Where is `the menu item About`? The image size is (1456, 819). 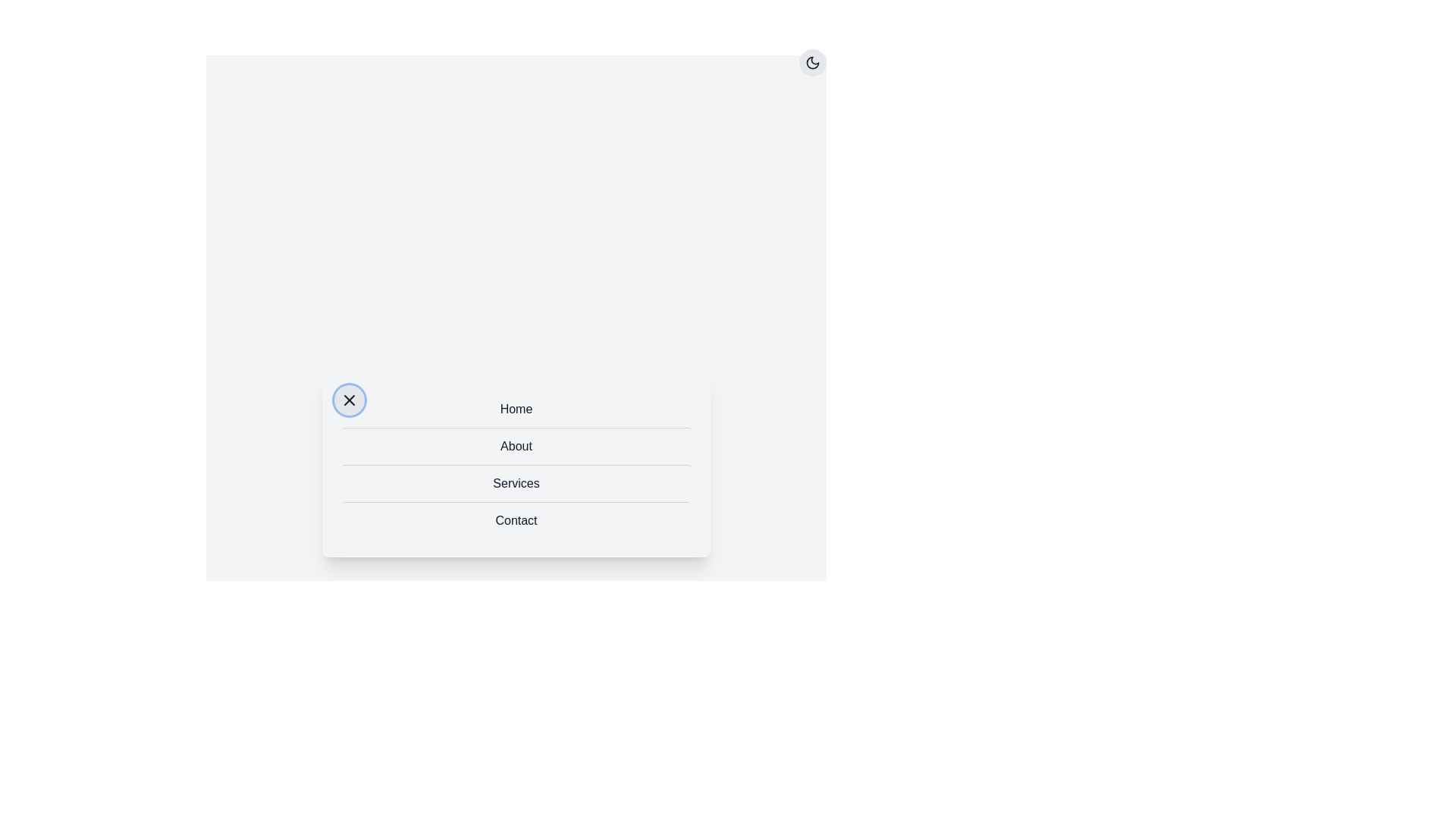
the menu item About is located at coordinates (516, 444).